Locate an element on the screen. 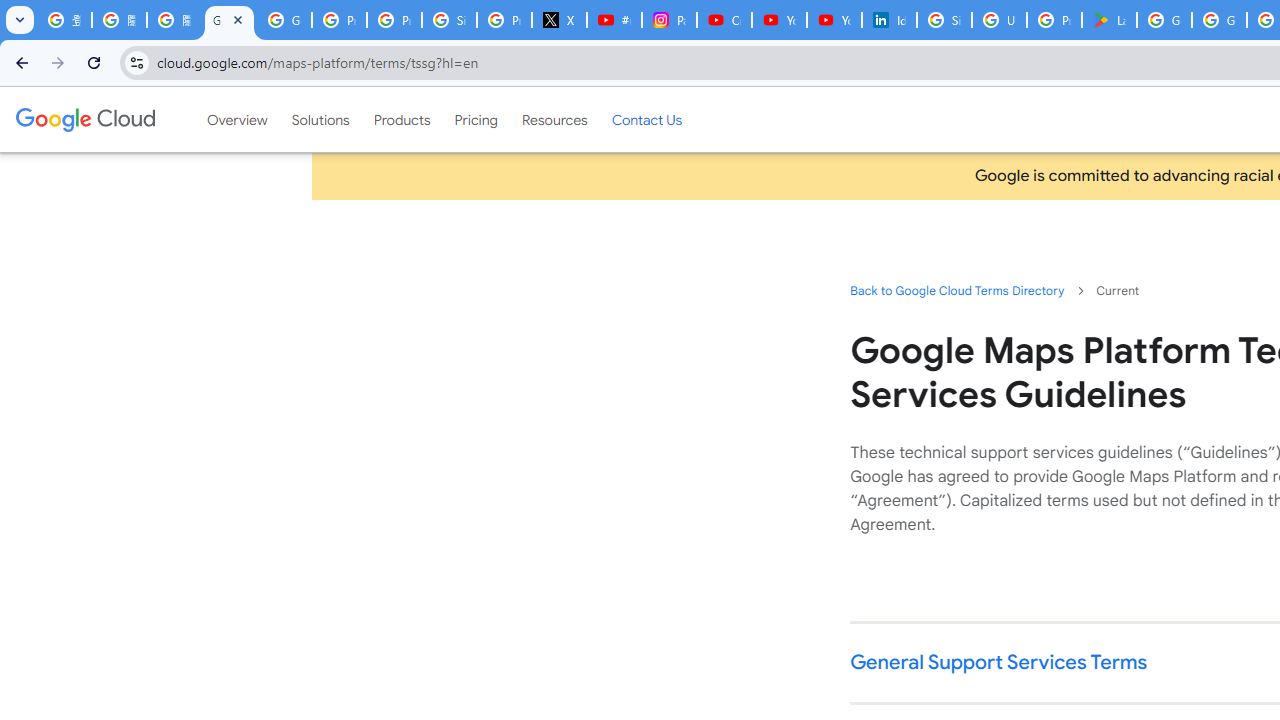 The width and height of the screenshot is (1280, 720). 'Overview' is located at coordinates (237, 119).